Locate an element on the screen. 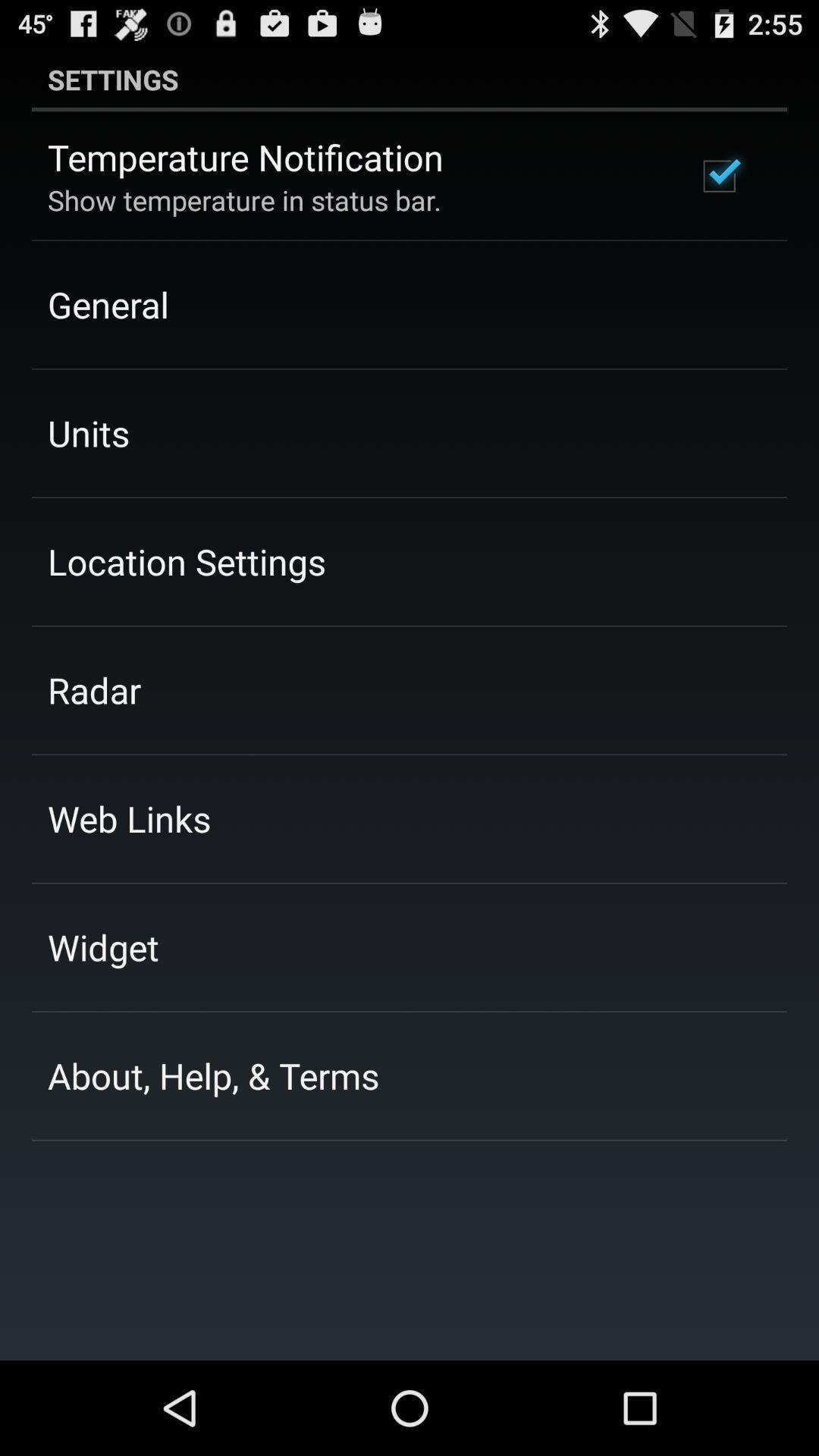 Image resolution: width=819 pixels, height=1456 pixels. item below the web links app is located at coordinates (102, 946).